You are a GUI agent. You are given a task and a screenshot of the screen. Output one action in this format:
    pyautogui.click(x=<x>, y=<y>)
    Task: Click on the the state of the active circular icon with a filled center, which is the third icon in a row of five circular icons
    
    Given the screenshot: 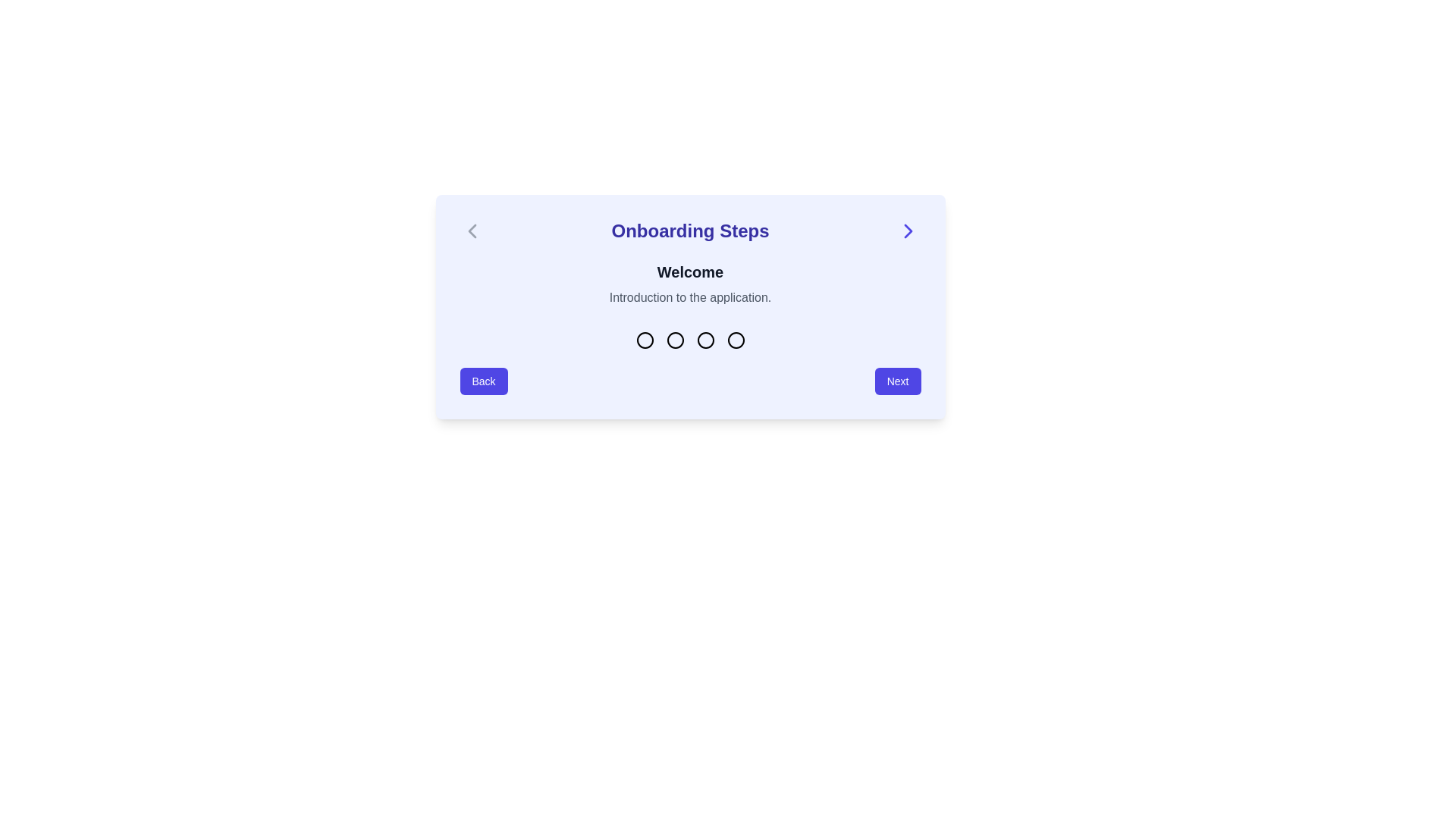 What is the action you would take?
    pyautogui.click(x=674, y=339)
    